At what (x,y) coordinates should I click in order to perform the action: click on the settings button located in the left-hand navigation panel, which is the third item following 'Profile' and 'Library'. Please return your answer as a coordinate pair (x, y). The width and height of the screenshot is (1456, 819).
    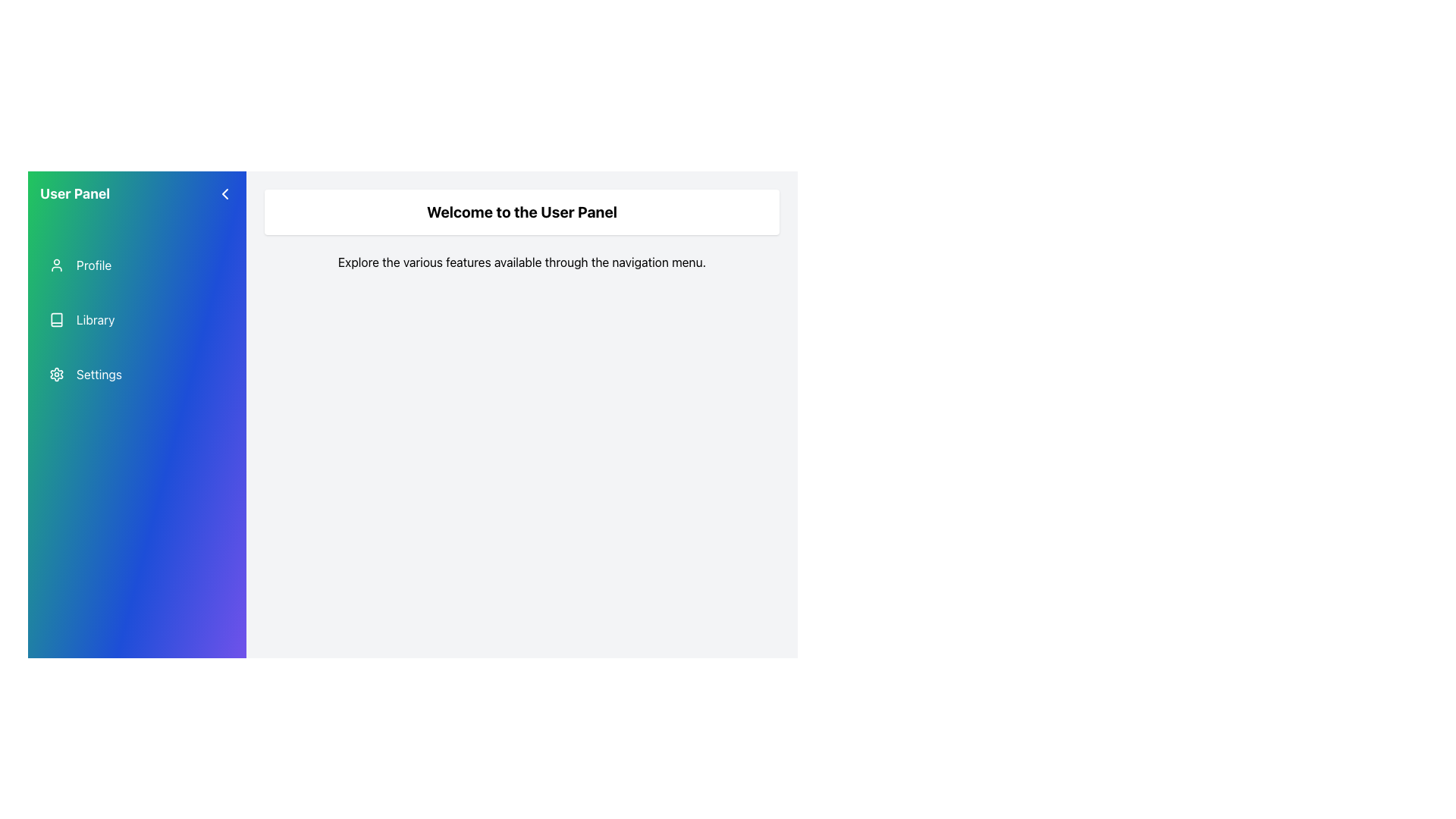
    Looking at the image, I should click on (137, 374).